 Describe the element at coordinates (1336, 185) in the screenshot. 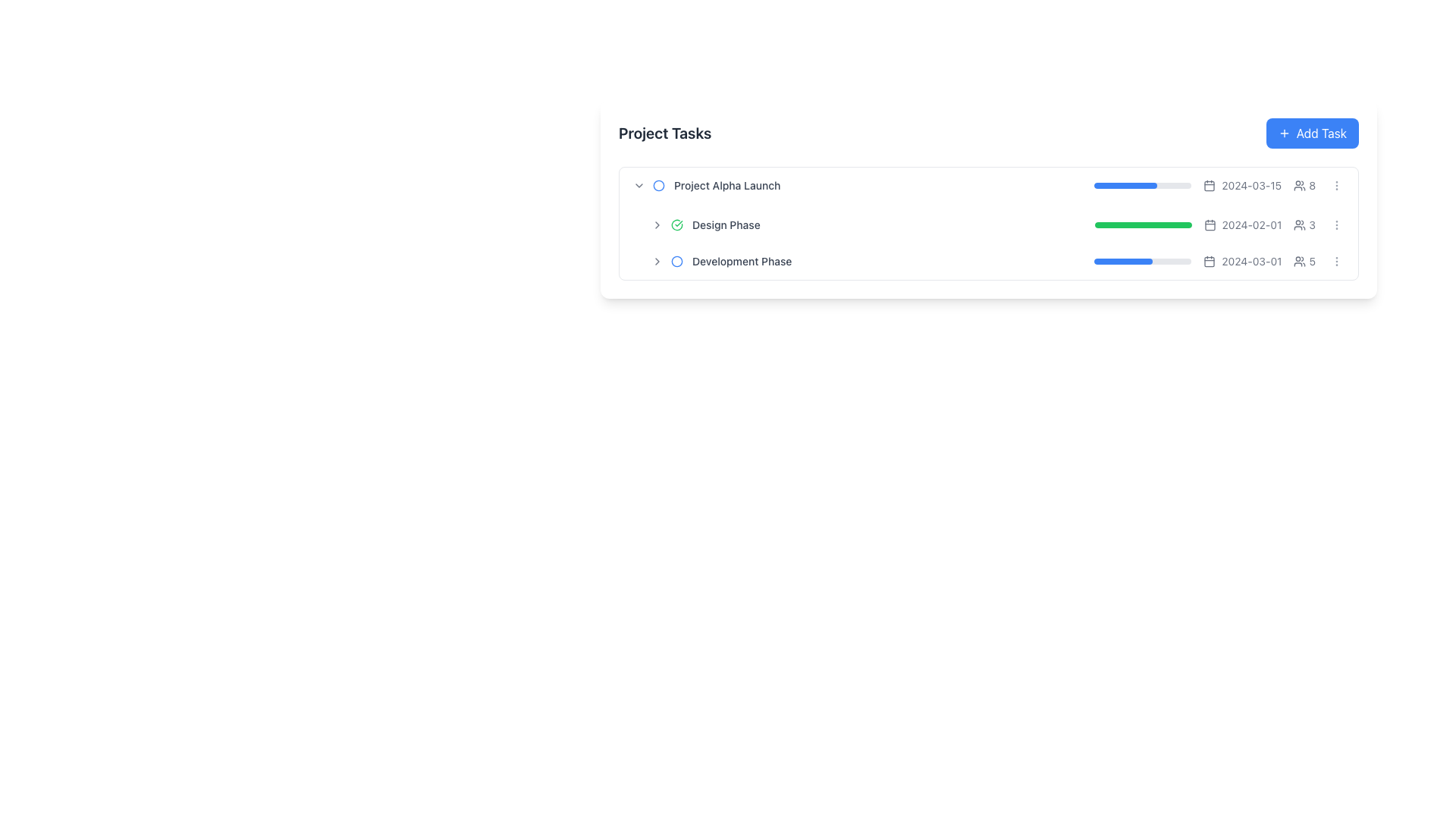

I see `the button located to the far right of the row corresponding to the 'Design Phase' task` at that location.